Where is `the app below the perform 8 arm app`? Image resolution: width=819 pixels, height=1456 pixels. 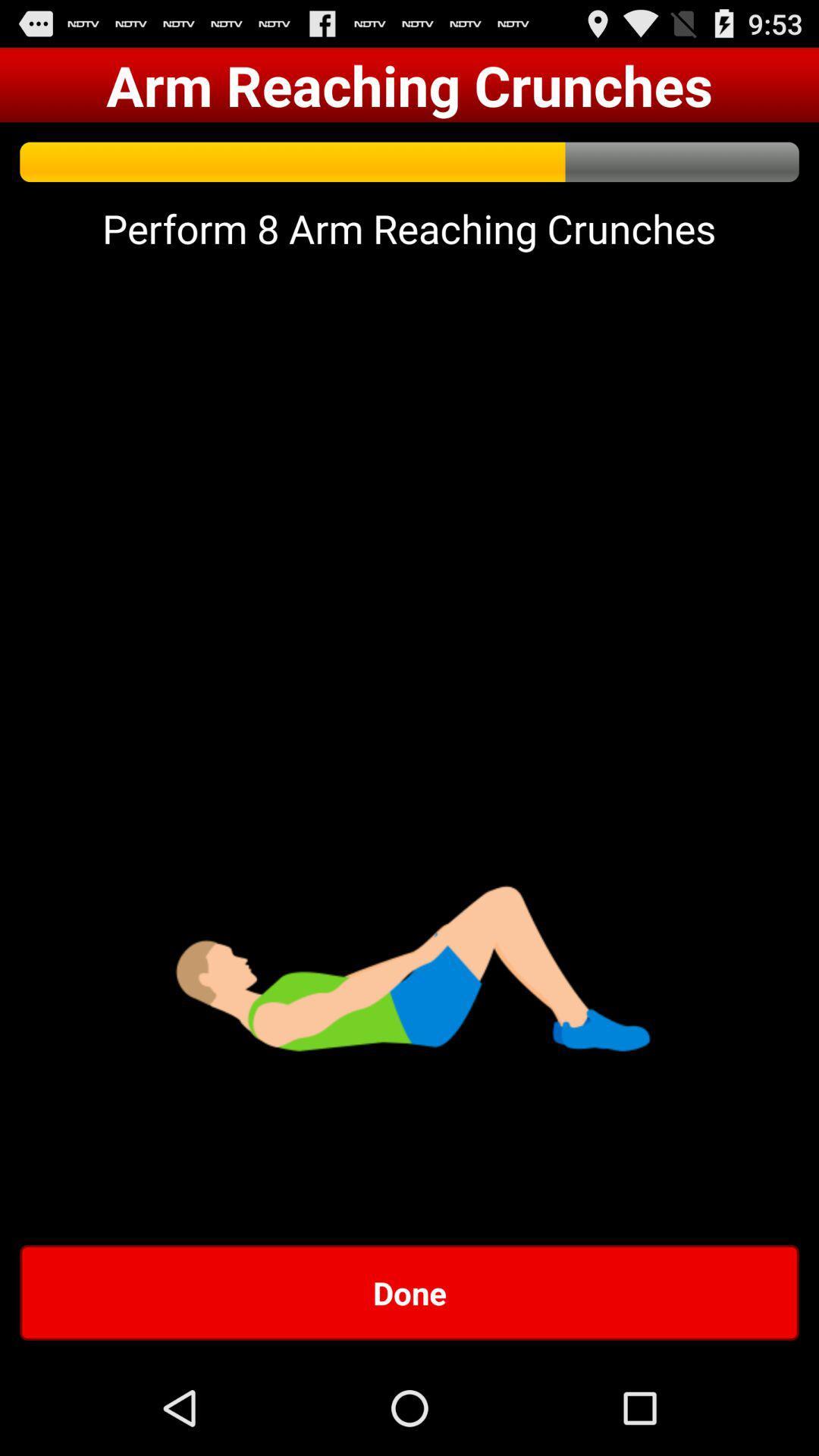 the app below the perform 8 arm app is located at coordinates (409, 1291).